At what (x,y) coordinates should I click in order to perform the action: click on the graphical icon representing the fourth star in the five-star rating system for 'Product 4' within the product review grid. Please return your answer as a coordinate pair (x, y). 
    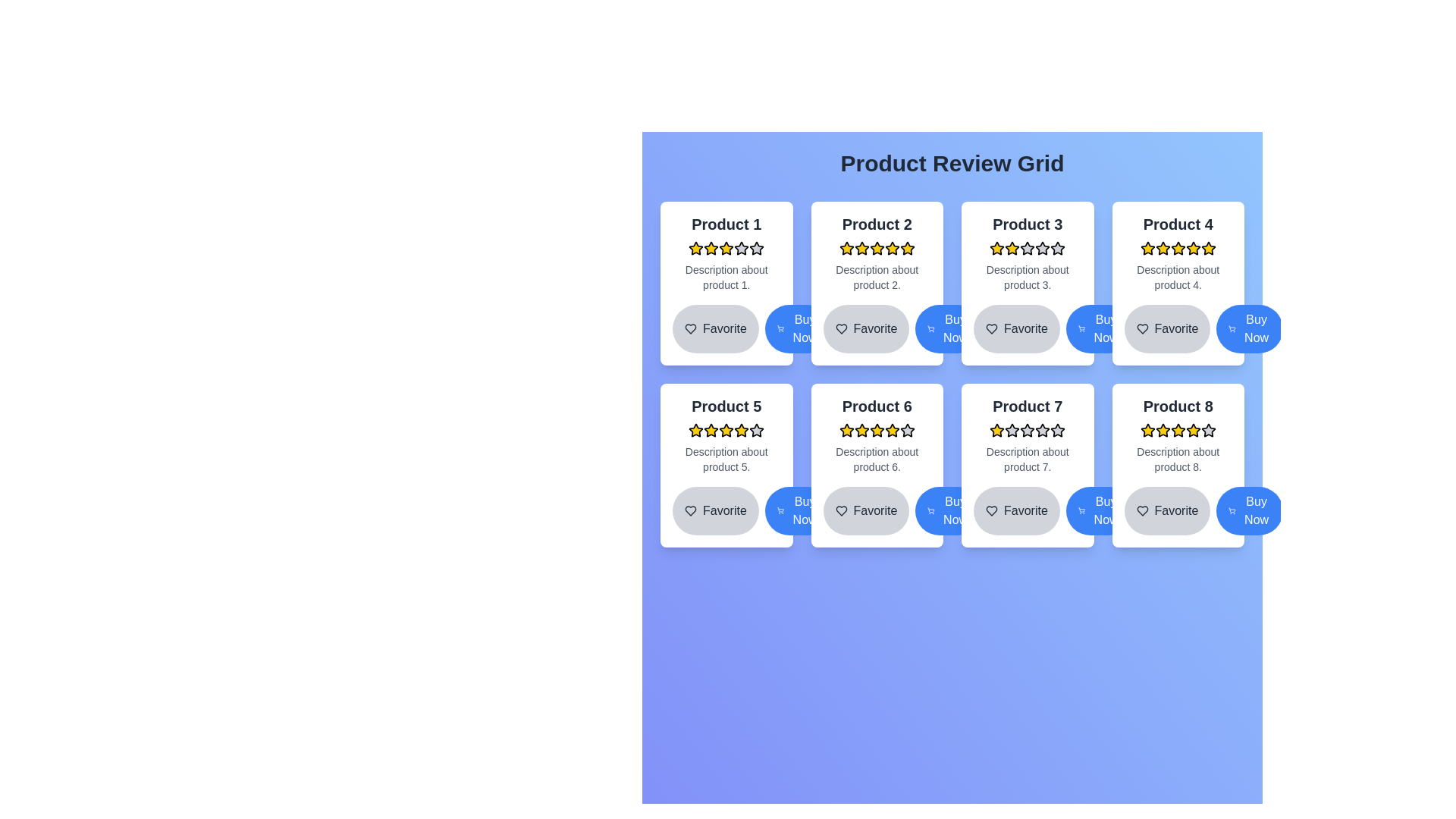
    Looking at the image, I should click on (1177, 247).